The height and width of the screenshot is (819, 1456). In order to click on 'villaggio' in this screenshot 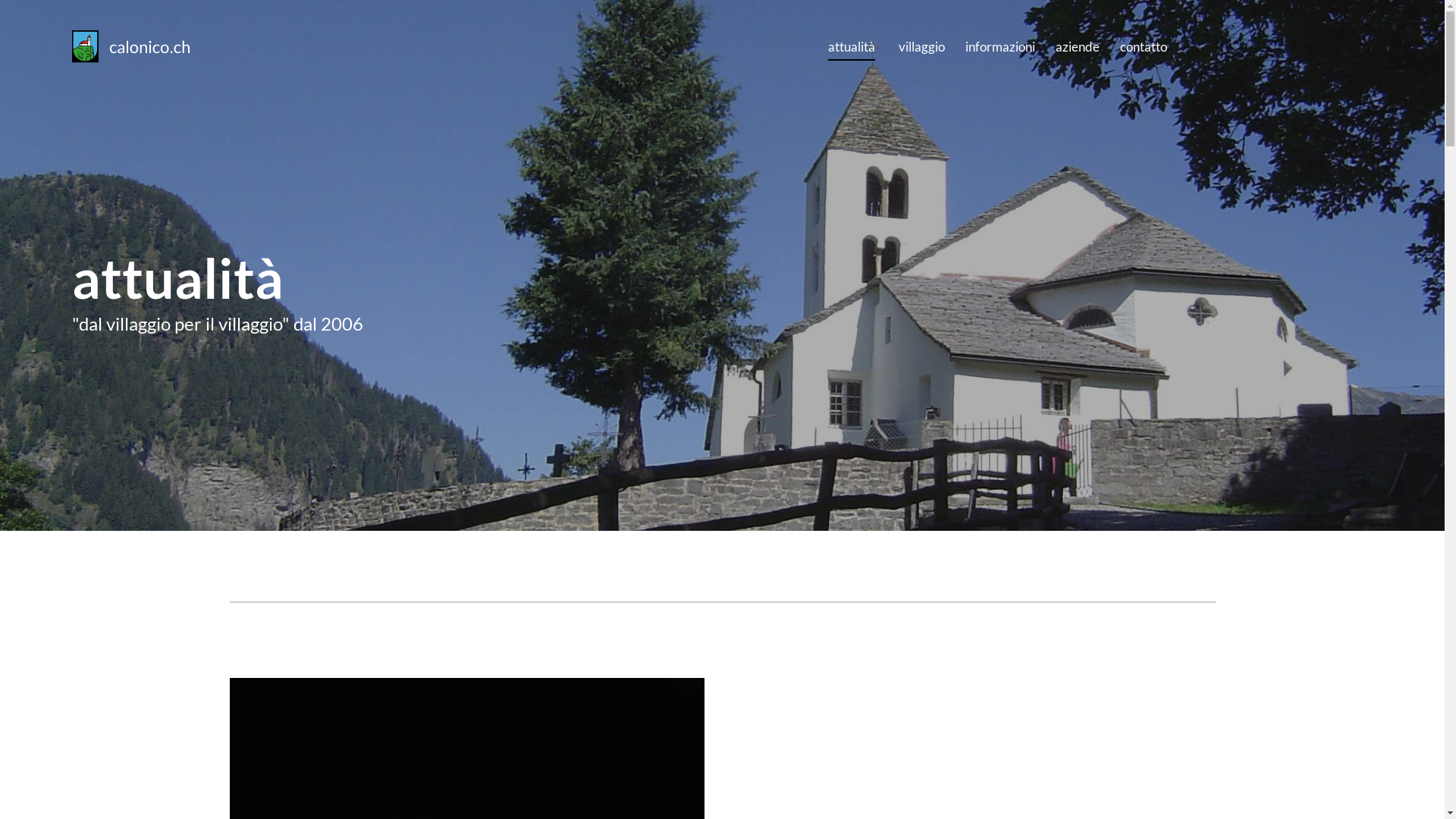, I will do `click(921, 45)`.